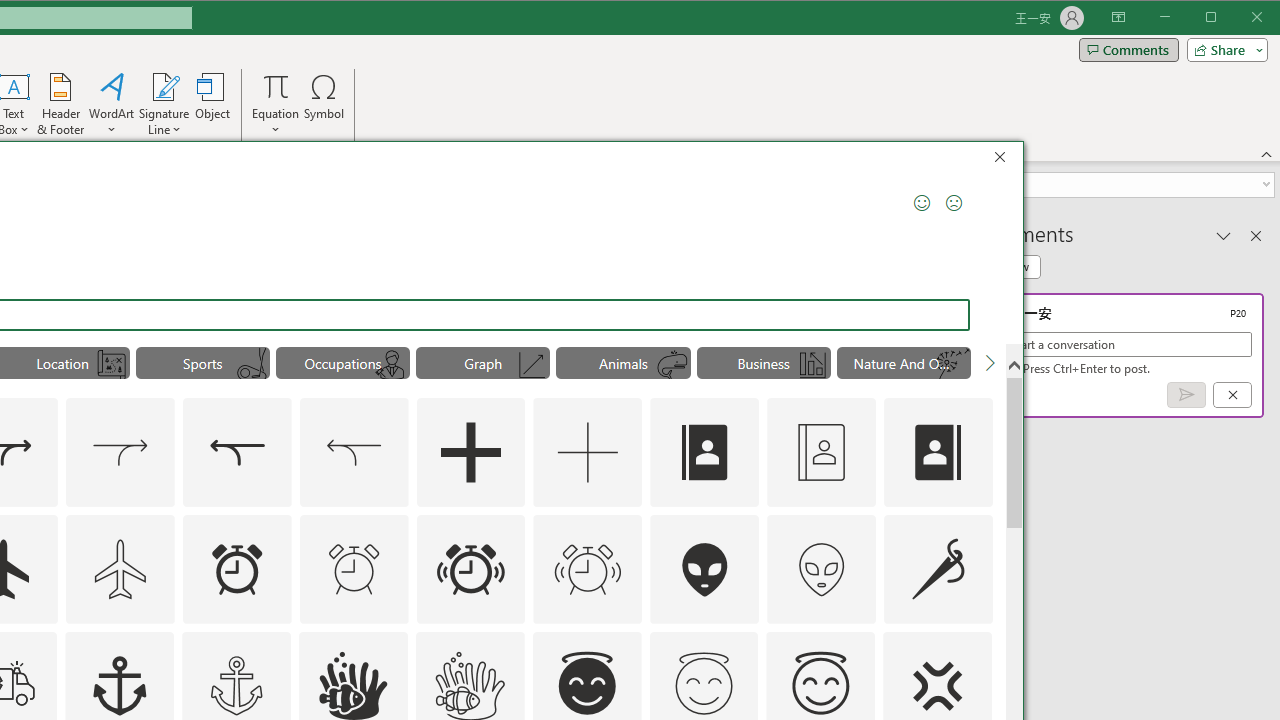 The image size is (1280, 720). What do you see at coordinates (274, 104) in the screenshot?
I see `'Equation'` at bounding box center [274, 104].